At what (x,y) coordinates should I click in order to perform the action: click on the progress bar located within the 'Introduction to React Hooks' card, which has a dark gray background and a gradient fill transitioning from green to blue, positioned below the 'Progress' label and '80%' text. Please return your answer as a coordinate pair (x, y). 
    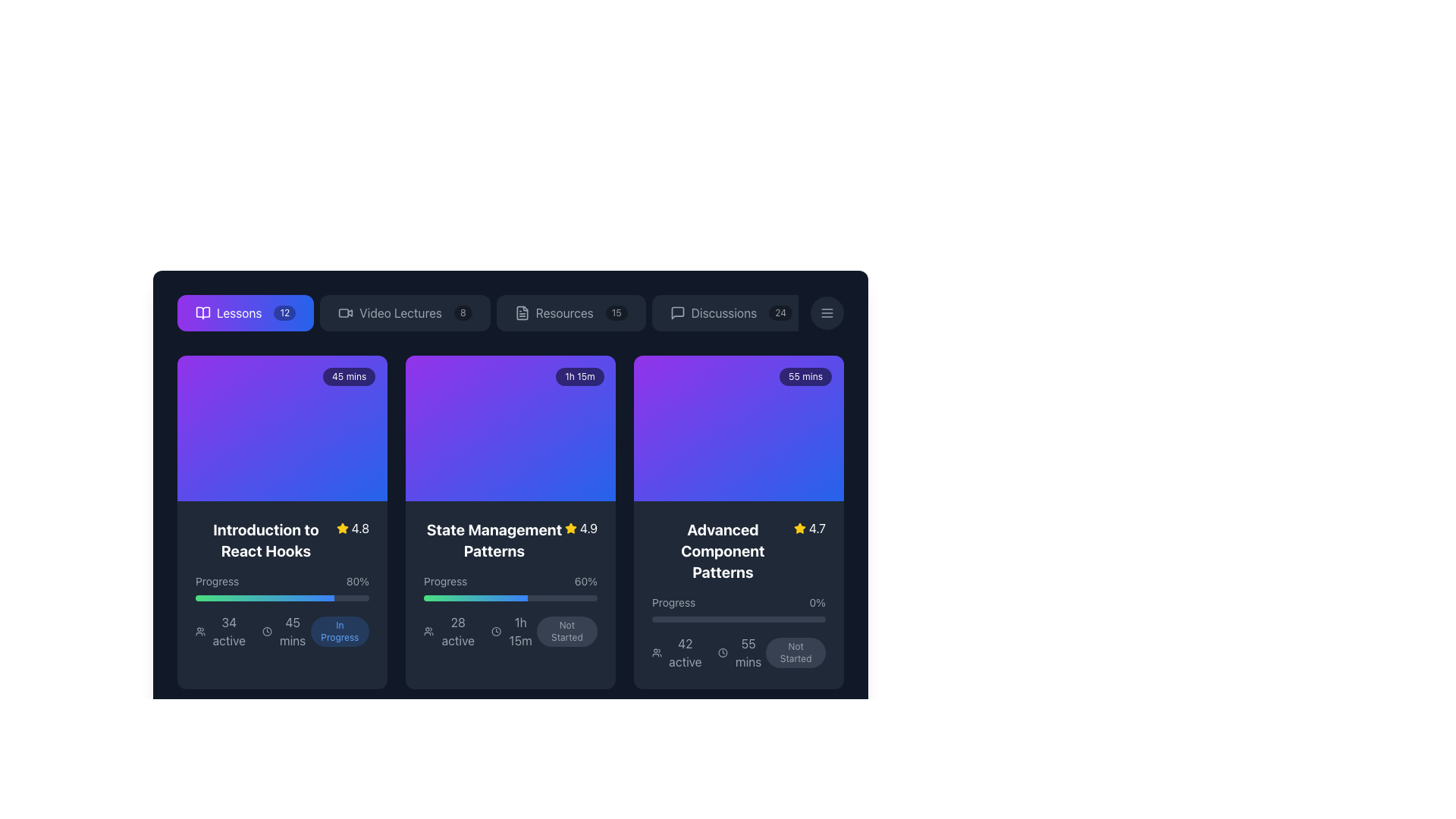
    Looking at the image, I should click on (282, 598).